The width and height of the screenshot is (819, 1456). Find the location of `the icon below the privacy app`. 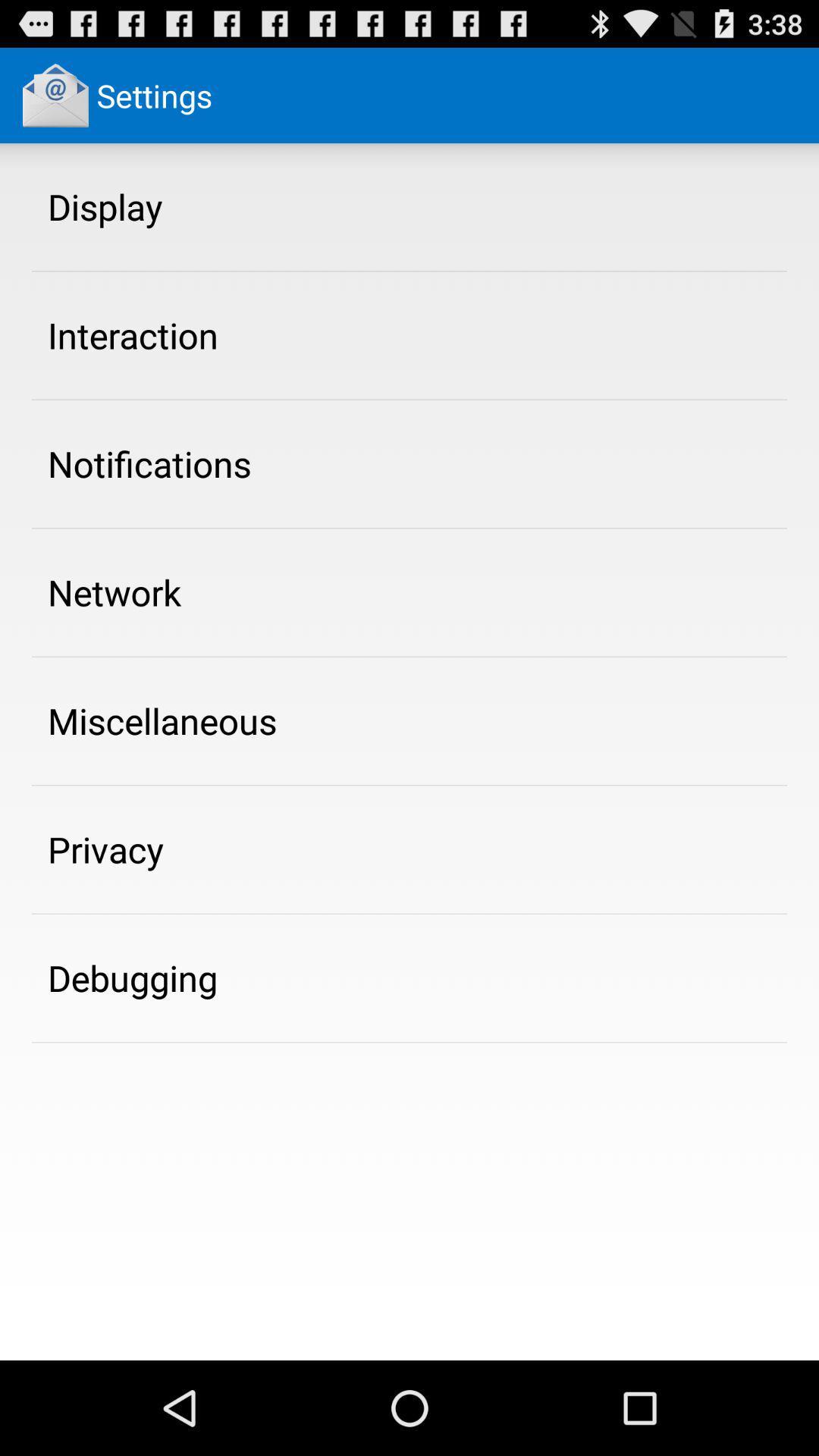

the icon below the privacy app is located at coordinates (132, 977).